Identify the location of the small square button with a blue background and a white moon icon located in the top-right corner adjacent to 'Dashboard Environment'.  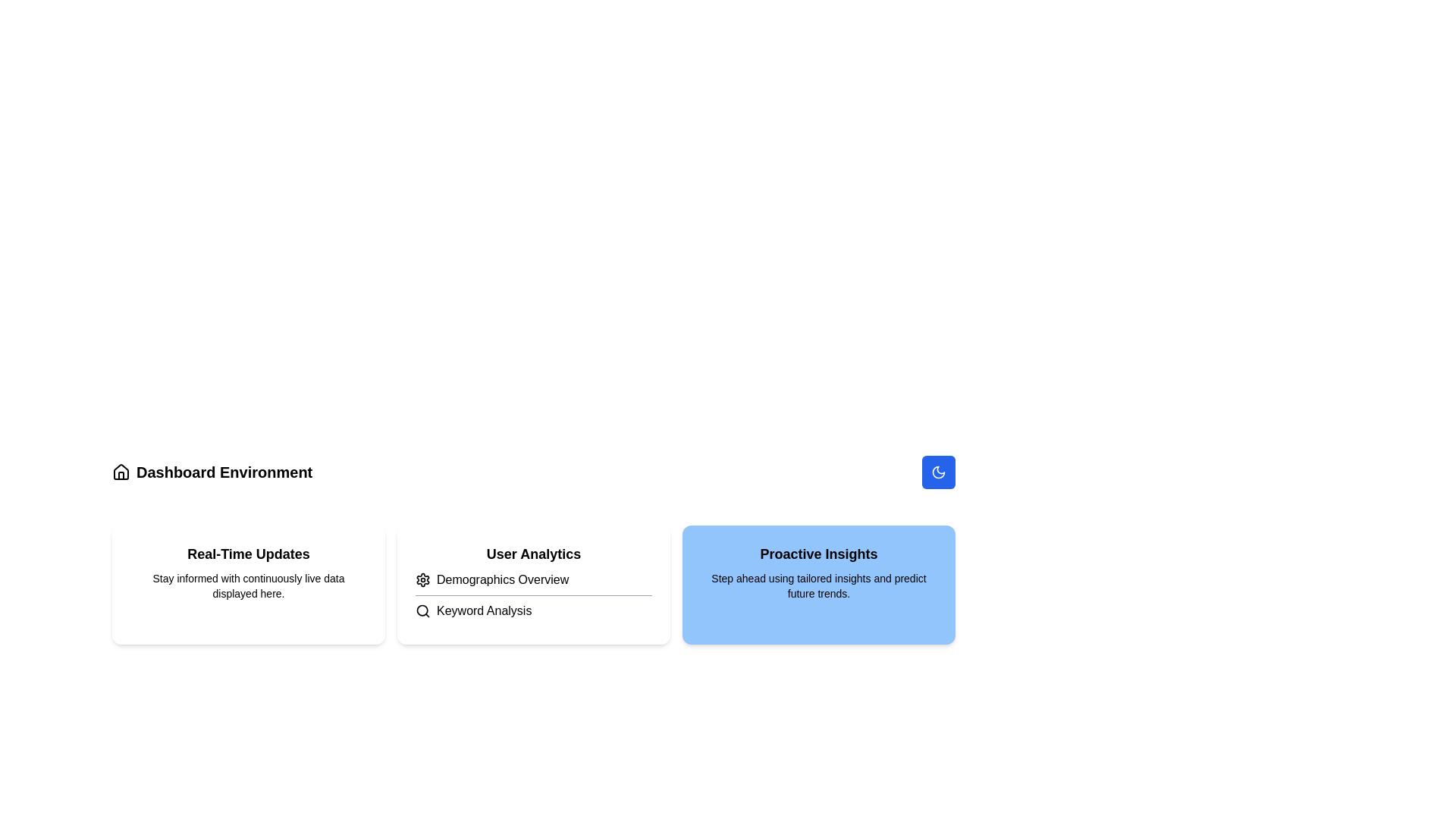
(938, 472).